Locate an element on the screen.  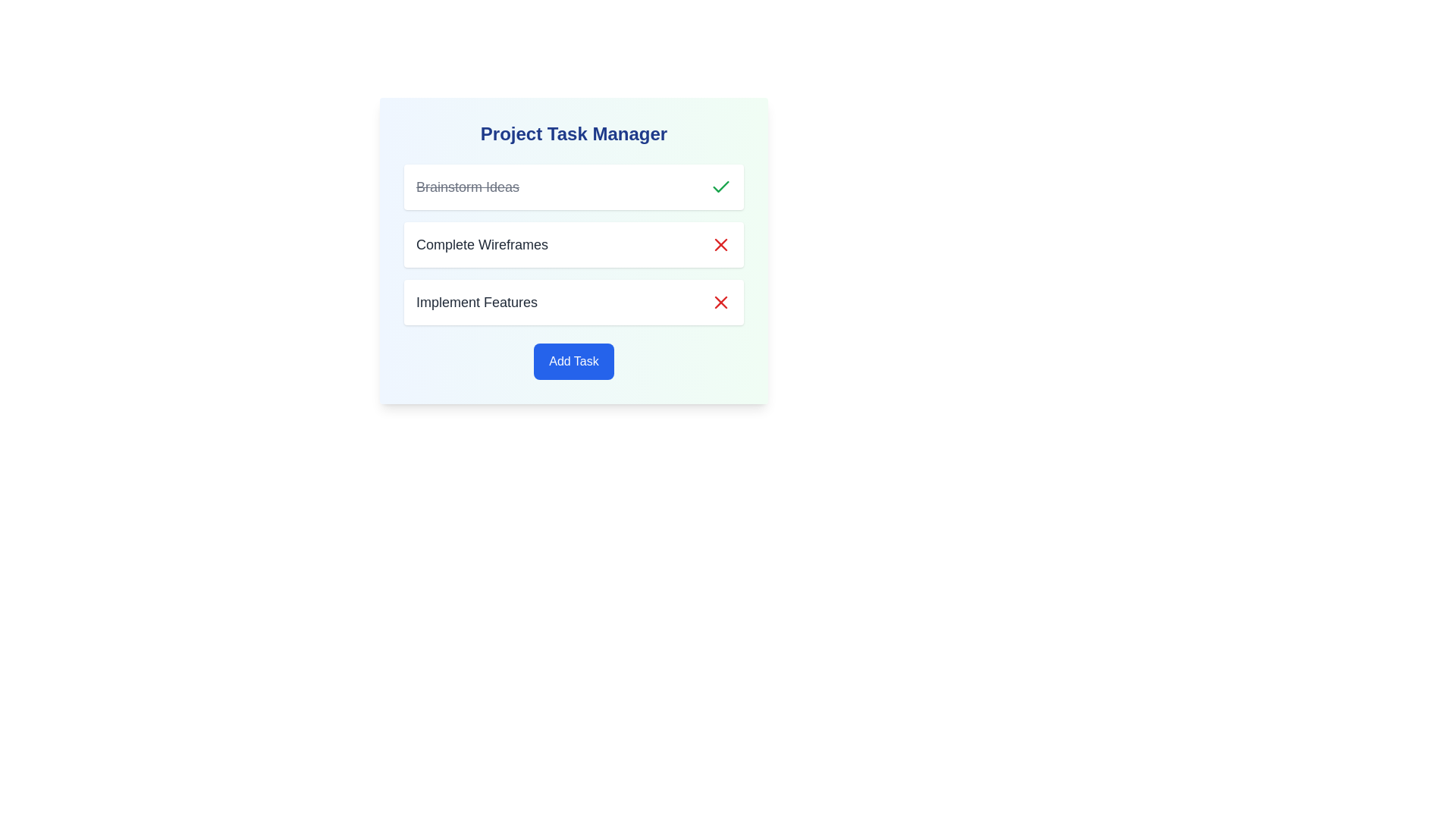
the text label displaying 'Complete Wireframes', which is centrally located in the second task card of the project task manager interface is located at coordinates (482, 244).